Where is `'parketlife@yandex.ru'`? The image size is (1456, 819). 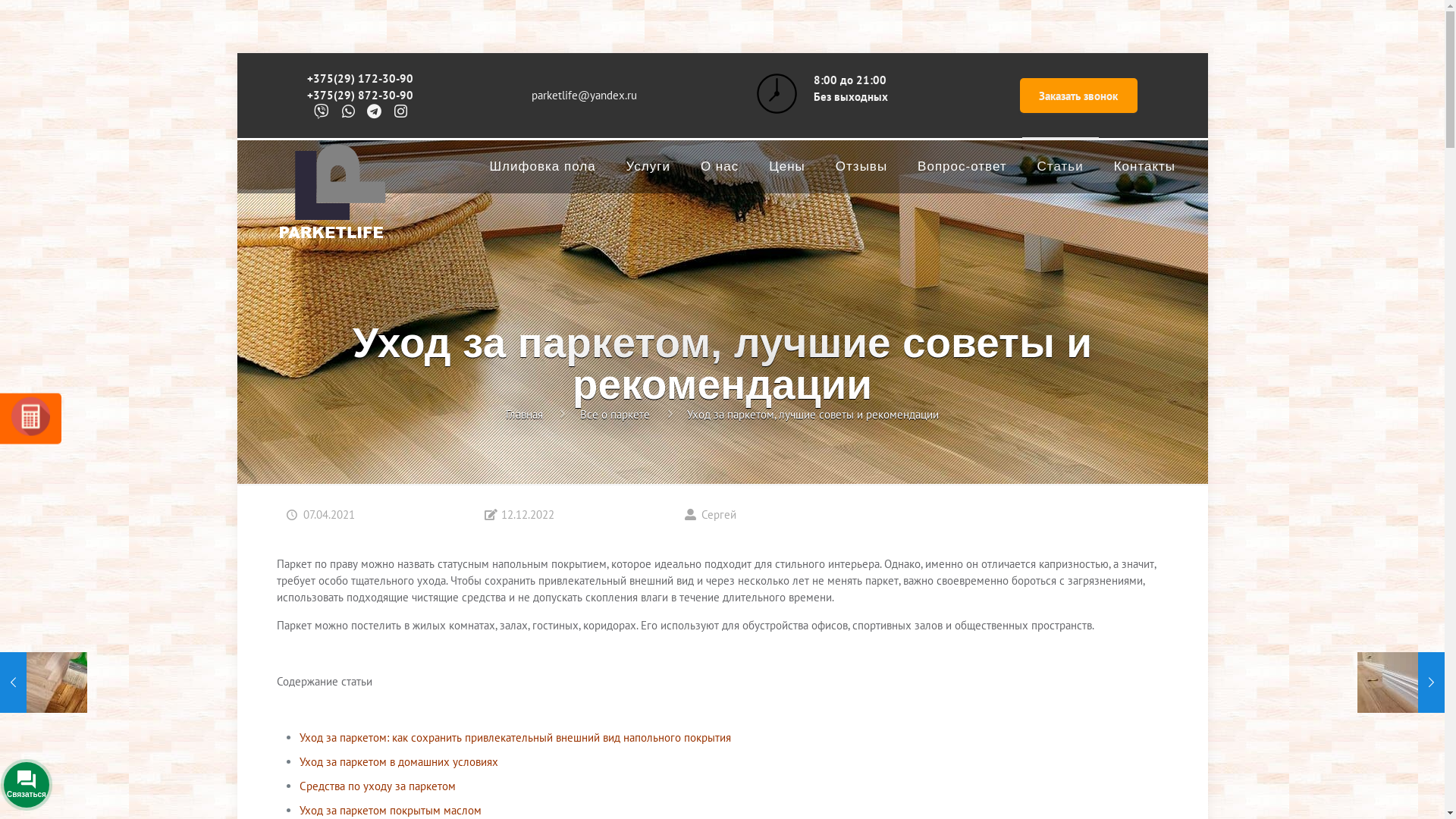
'parketlife@yandex.ru' is located at coordinates (583, 95).